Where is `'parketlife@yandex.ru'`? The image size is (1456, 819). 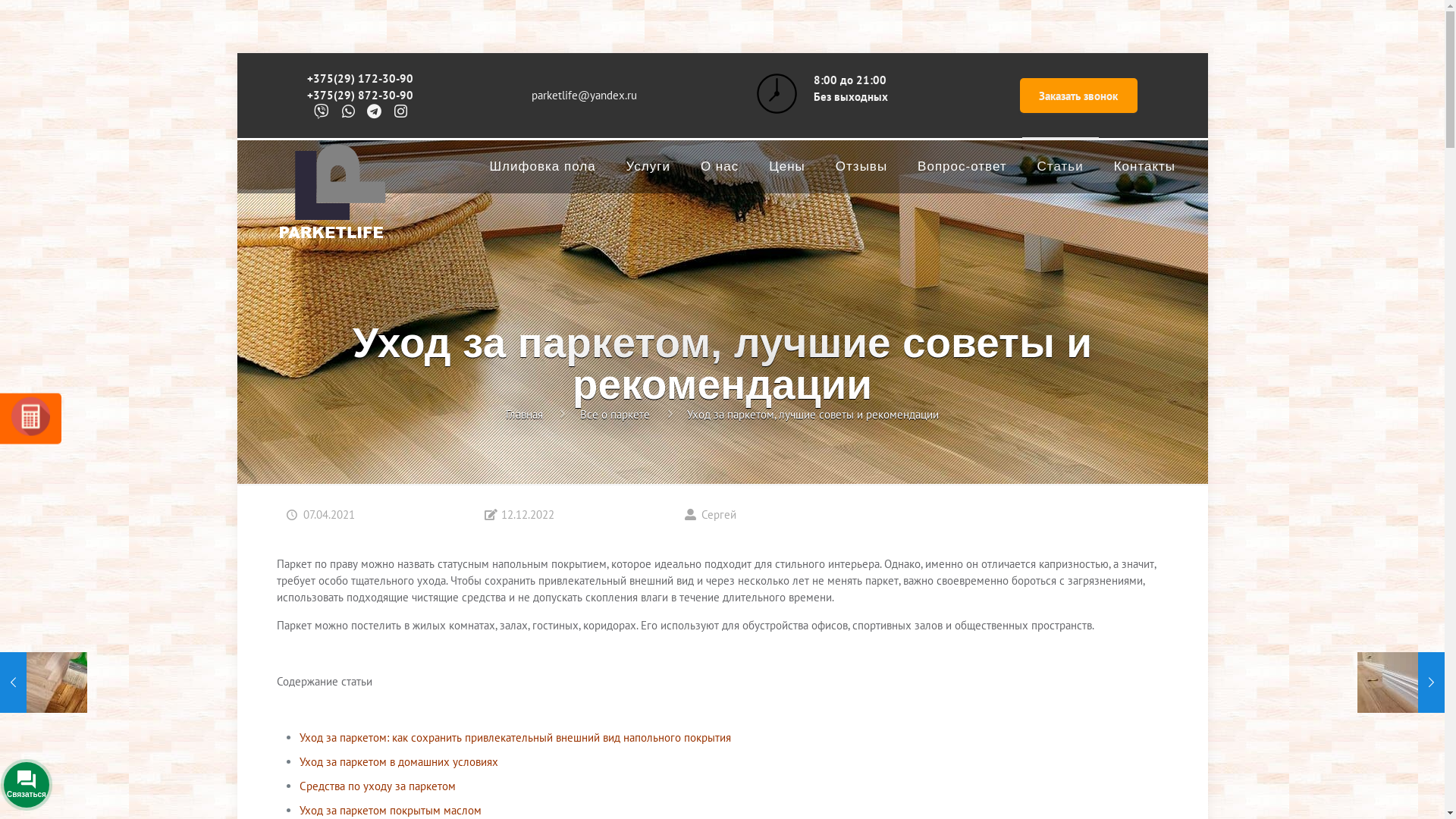
'parketlife@yandex.ru' is located at coordinates (583, 95).